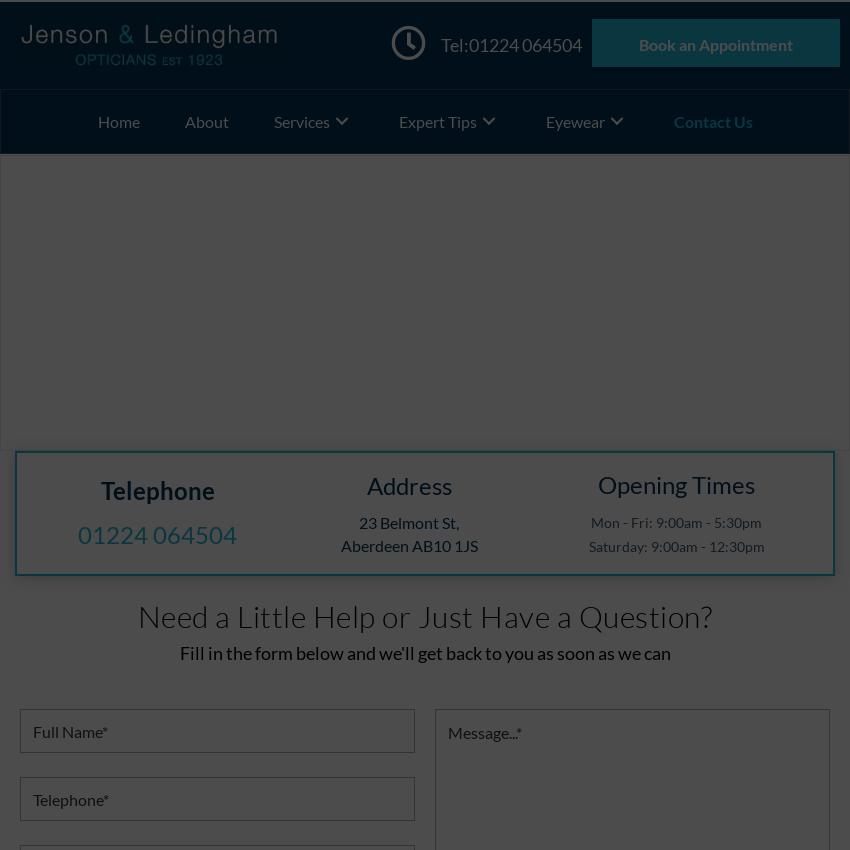 The height and width of the screenshot is (850, 850). What do you see at coordinates (424, 615) in the screenshot?
I see `'Need a Little Help or Just Have a Question?'` at bounding box center [424, 615].